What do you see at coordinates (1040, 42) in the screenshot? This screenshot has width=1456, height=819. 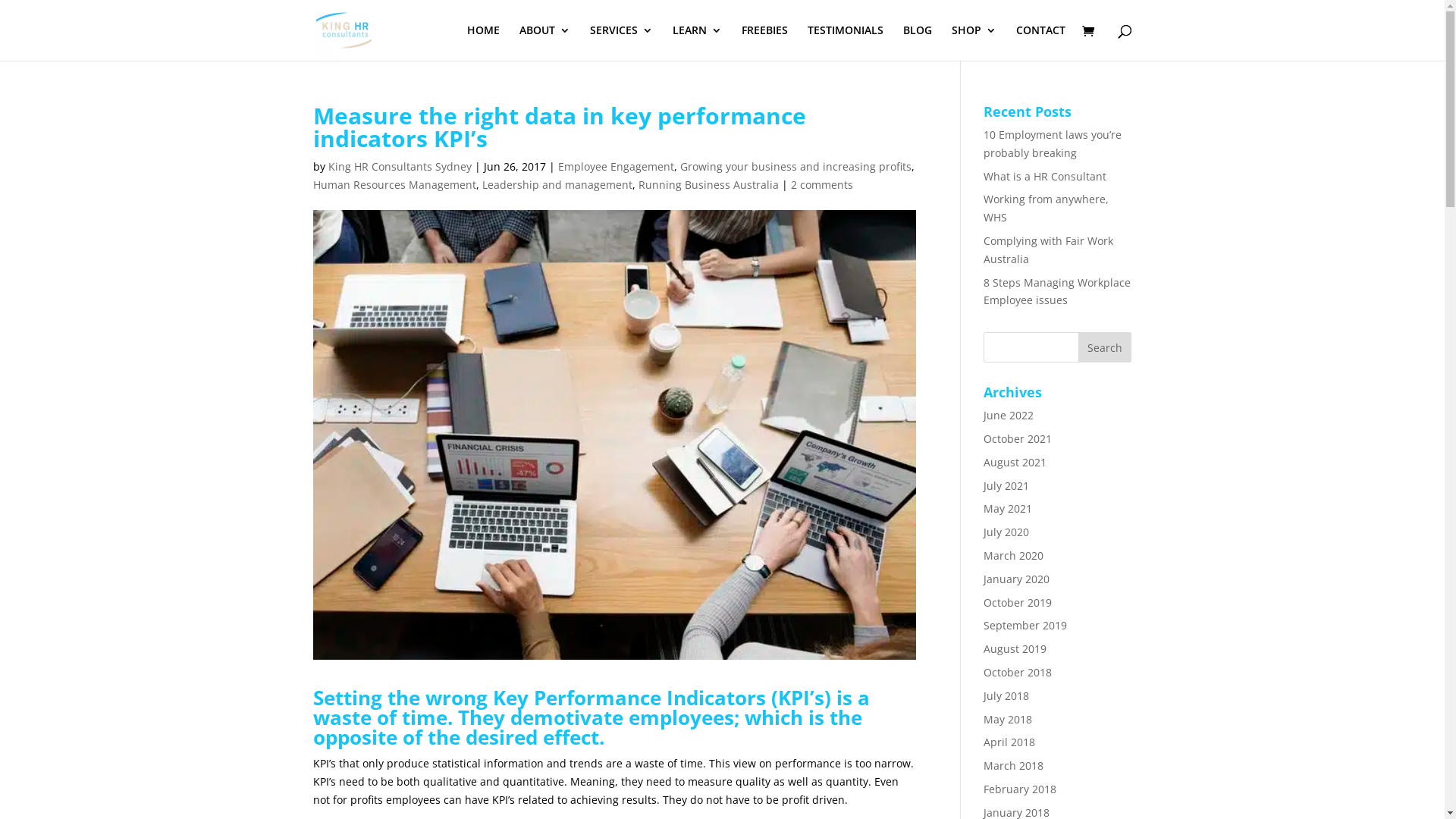 I see `'CONTACT'` at bounding box center [1040, 42].